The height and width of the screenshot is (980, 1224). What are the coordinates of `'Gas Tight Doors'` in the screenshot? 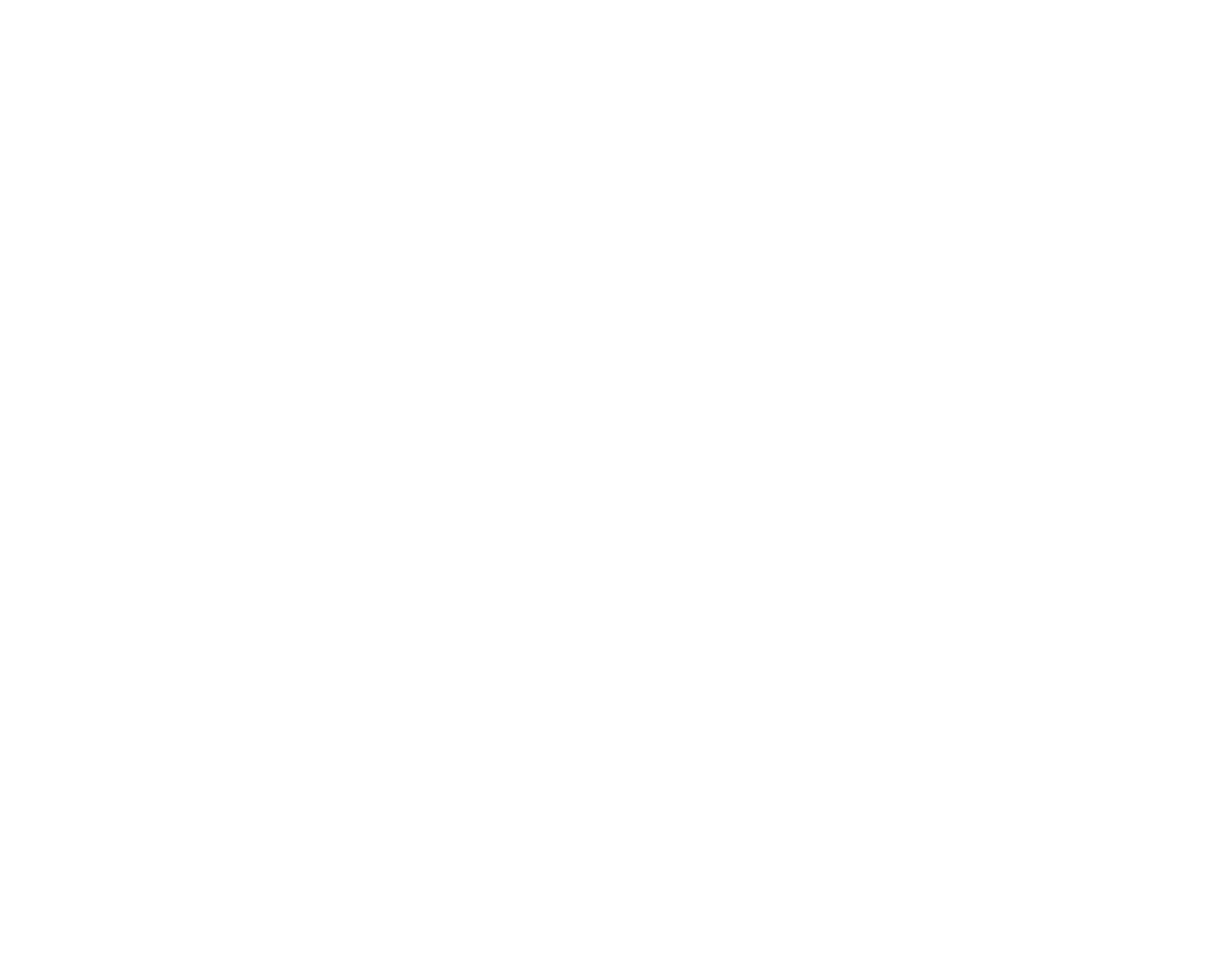 It's located at (73, 384).